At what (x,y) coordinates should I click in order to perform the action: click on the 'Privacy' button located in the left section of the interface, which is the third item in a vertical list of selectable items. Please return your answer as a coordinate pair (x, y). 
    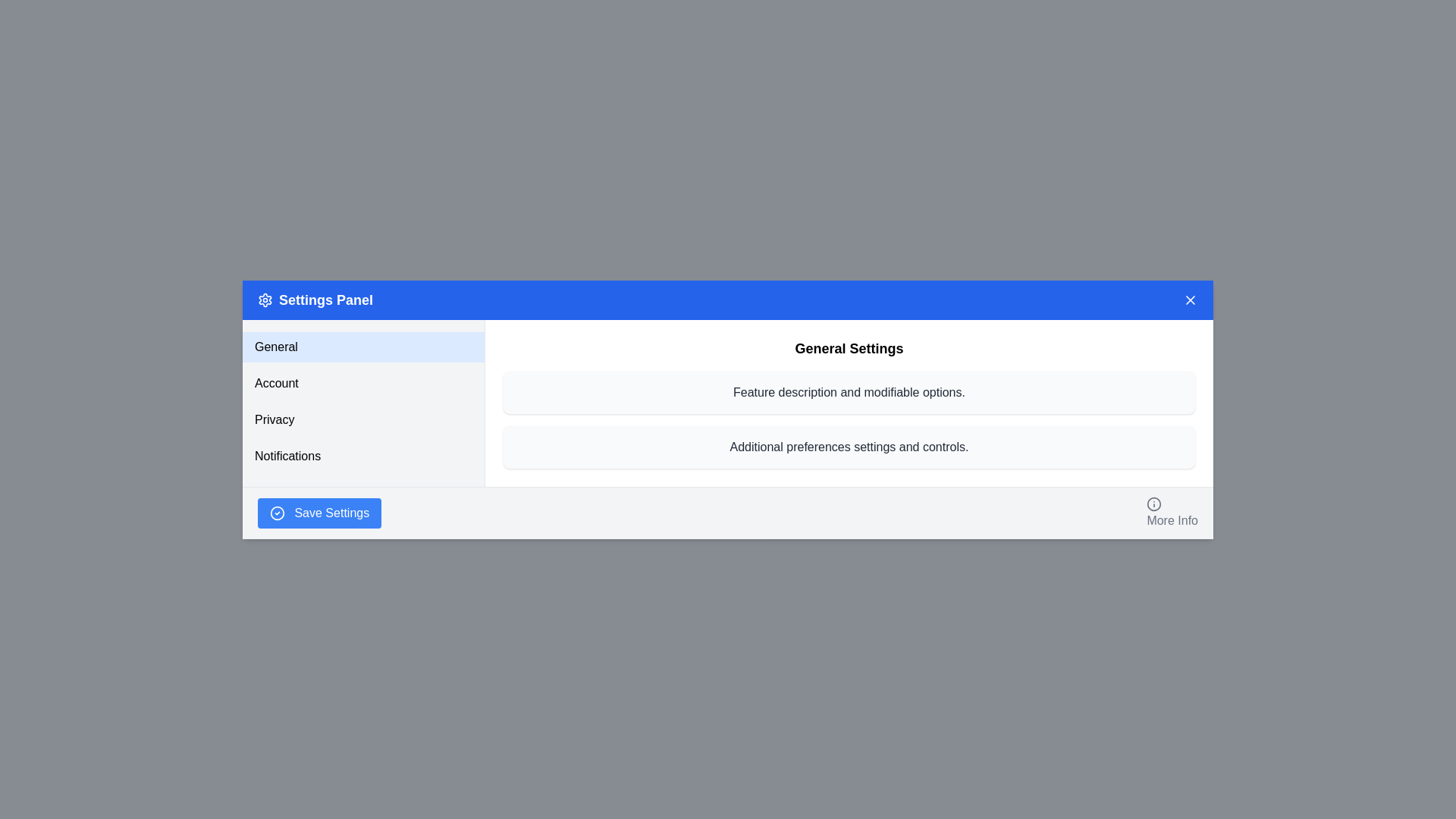
    Looking at the image, I should click on (362, 419).